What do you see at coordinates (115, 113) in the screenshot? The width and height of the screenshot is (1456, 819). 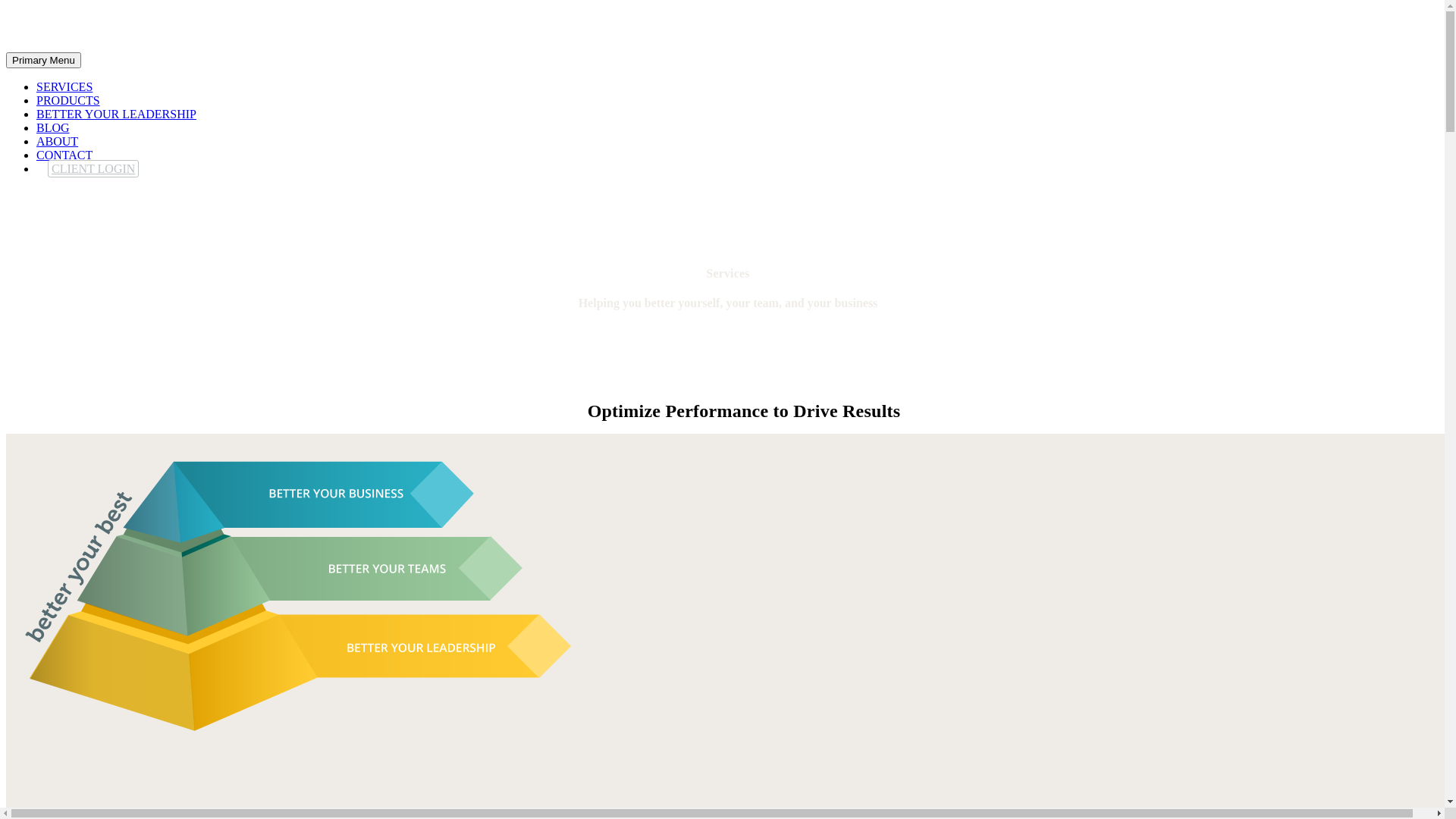 I see `'BETTER YOUR LEADERSHIP'` at bounding box center [115, 113].